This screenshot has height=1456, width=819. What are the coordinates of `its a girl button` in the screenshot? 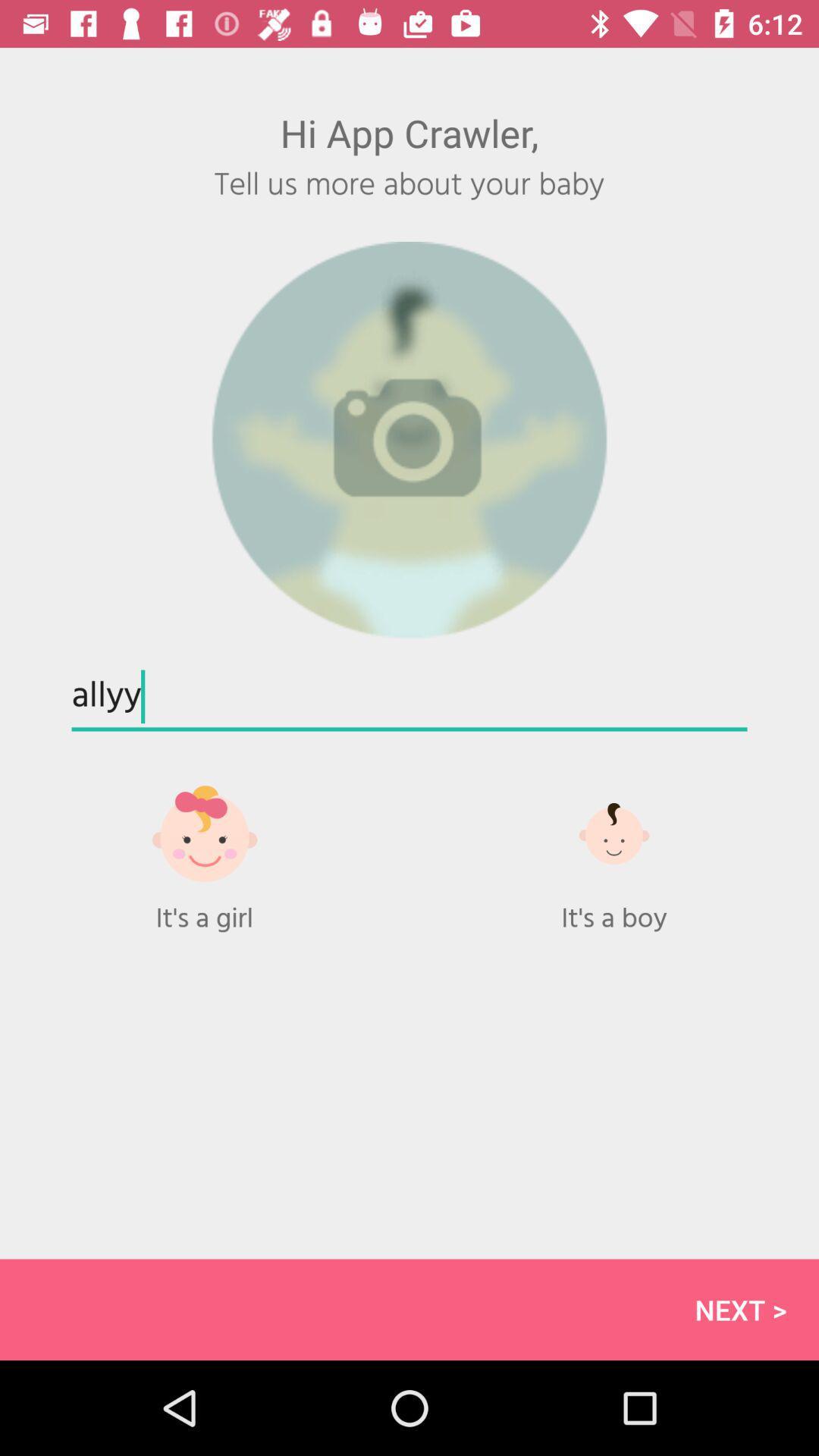 It's located at (205, 849).